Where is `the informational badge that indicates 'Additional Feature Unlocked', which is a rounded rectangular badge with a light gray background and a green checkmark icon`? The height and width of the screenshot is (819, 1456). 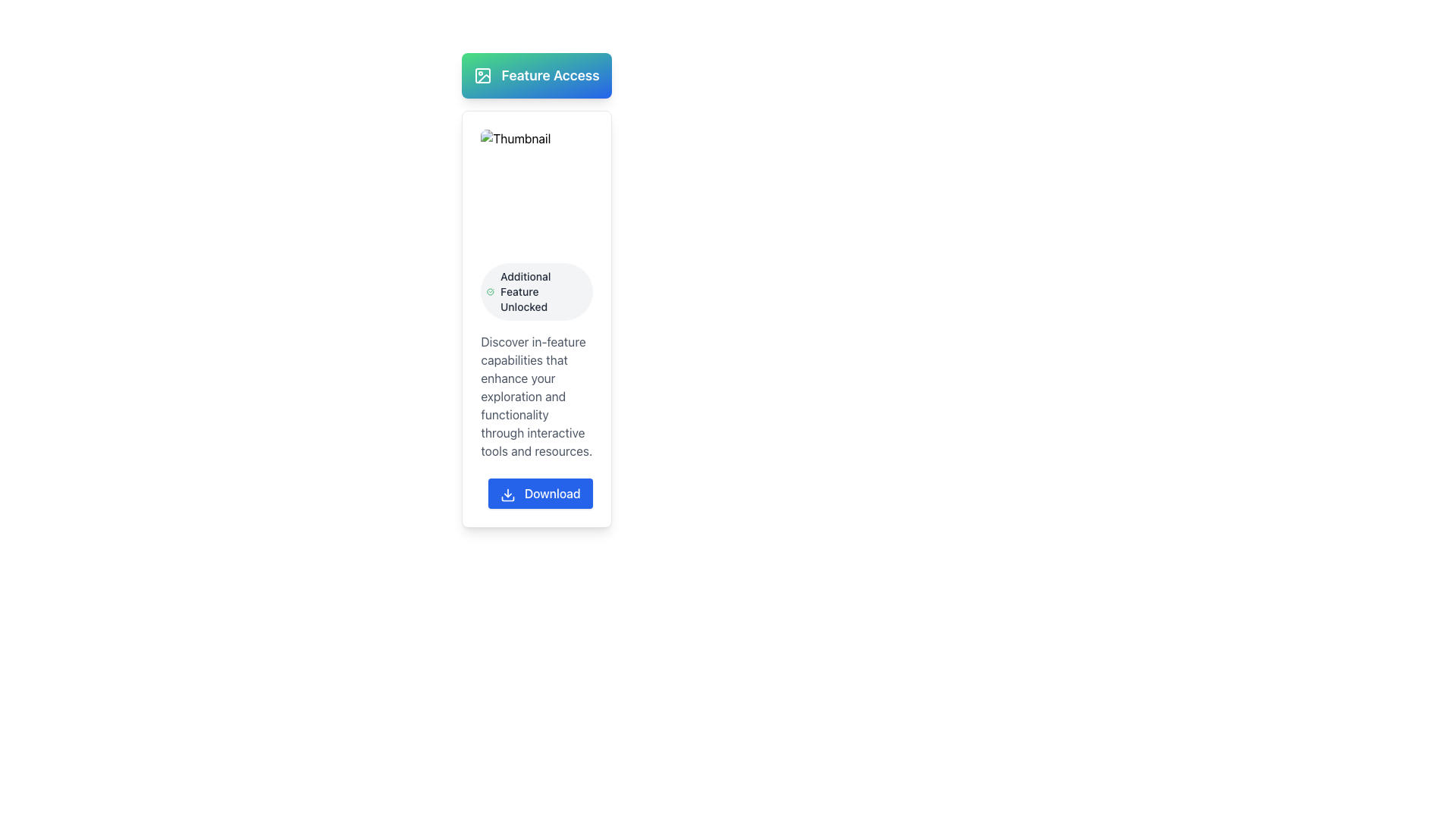 the informational badge that indicates 'Additional Feature Unlocked', which is a rounded rectangular badge with a light gray background and a green checkmark icon is located at coordinates (536, 292).